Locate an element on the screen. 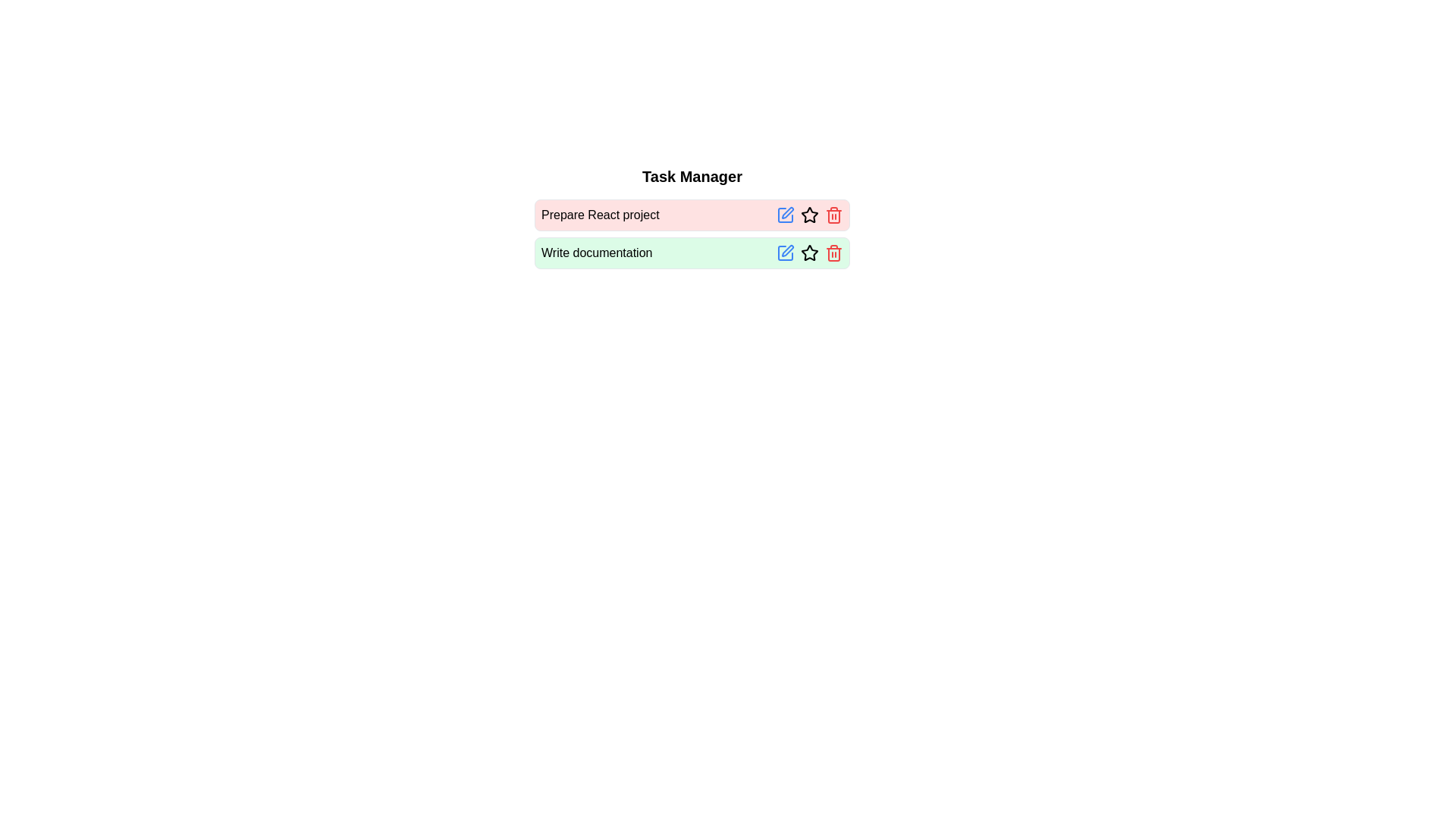 The image size is (1456, 819). the Icon Button adjacent to the 'Prepare React project' task entry is located at coordinates (809, 215).